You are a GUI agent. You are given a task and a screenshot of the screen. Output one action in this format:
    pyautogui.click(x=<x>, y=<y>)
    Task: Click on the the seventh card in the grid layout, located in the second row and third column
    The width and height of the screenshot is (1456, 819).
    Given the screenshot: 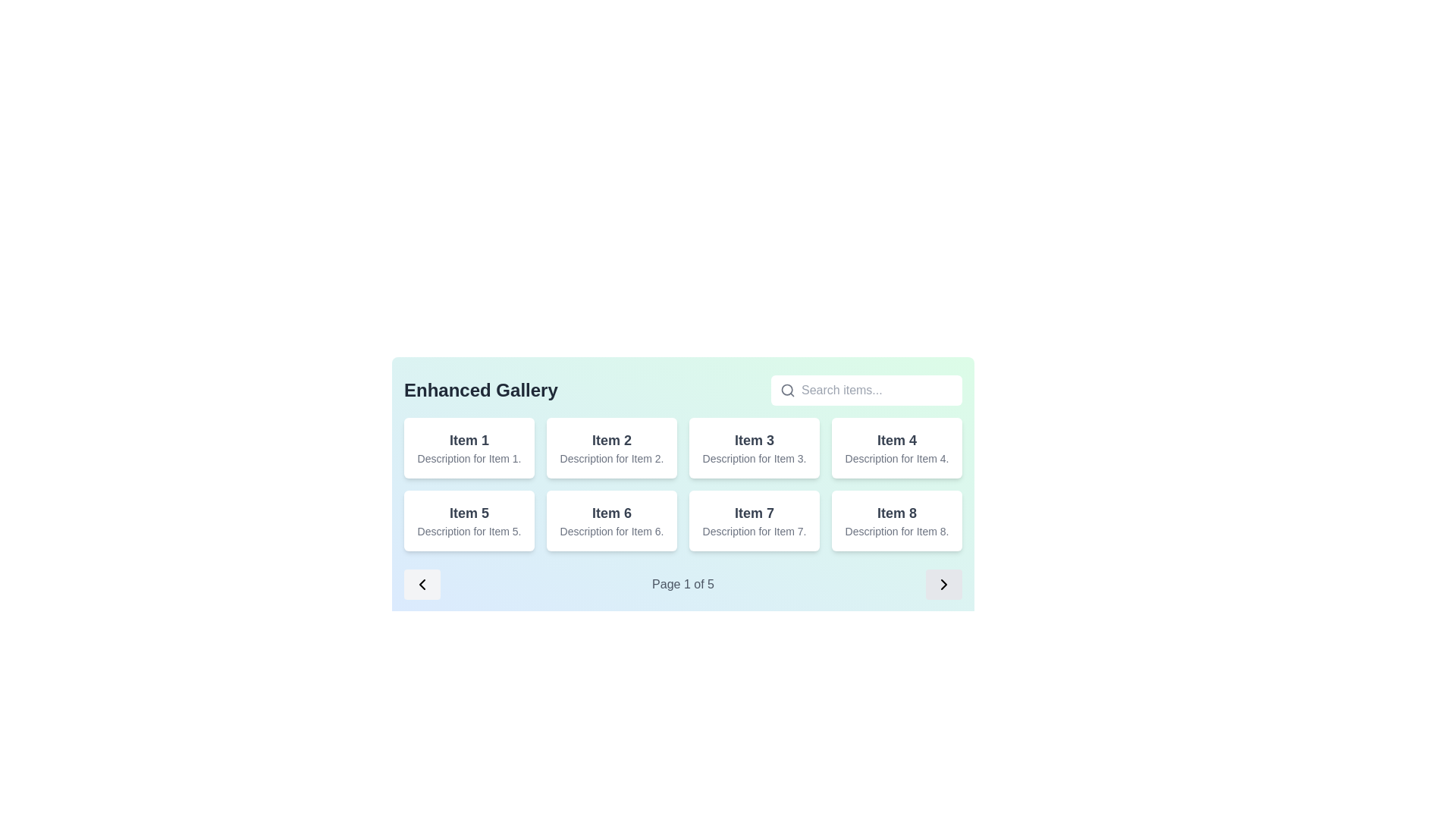 What is the action you would take?
    pyautogui.click(x=754, y=519)
    